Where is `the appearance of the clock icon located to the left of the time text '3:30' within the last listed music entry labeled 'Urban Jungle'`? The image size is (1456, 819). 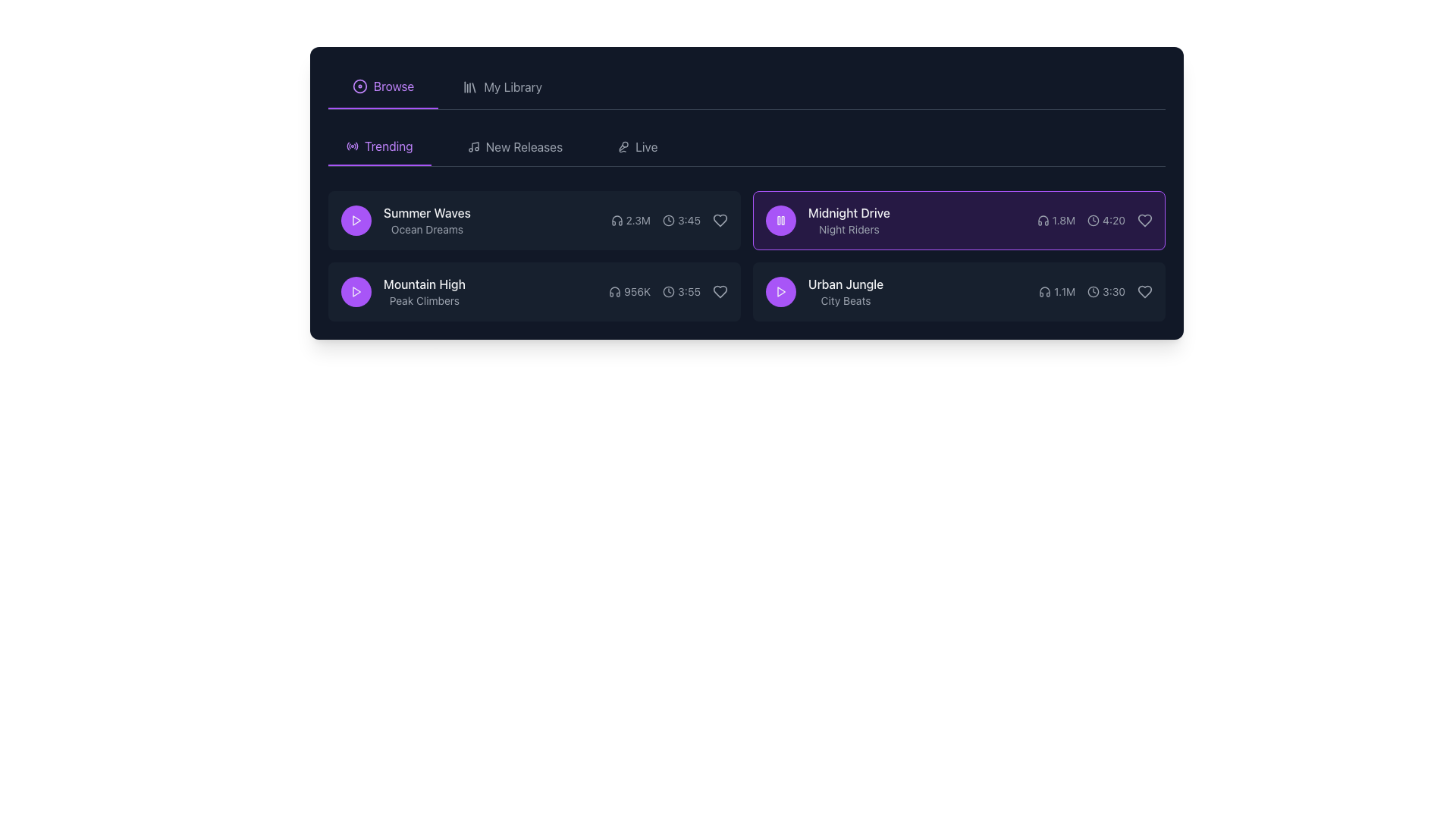
the appearance of the clock icon located to the left of the time text '3:30' within the last listed music entry labeled 'Urban Jungle' is located at coordinates (1094, 292).